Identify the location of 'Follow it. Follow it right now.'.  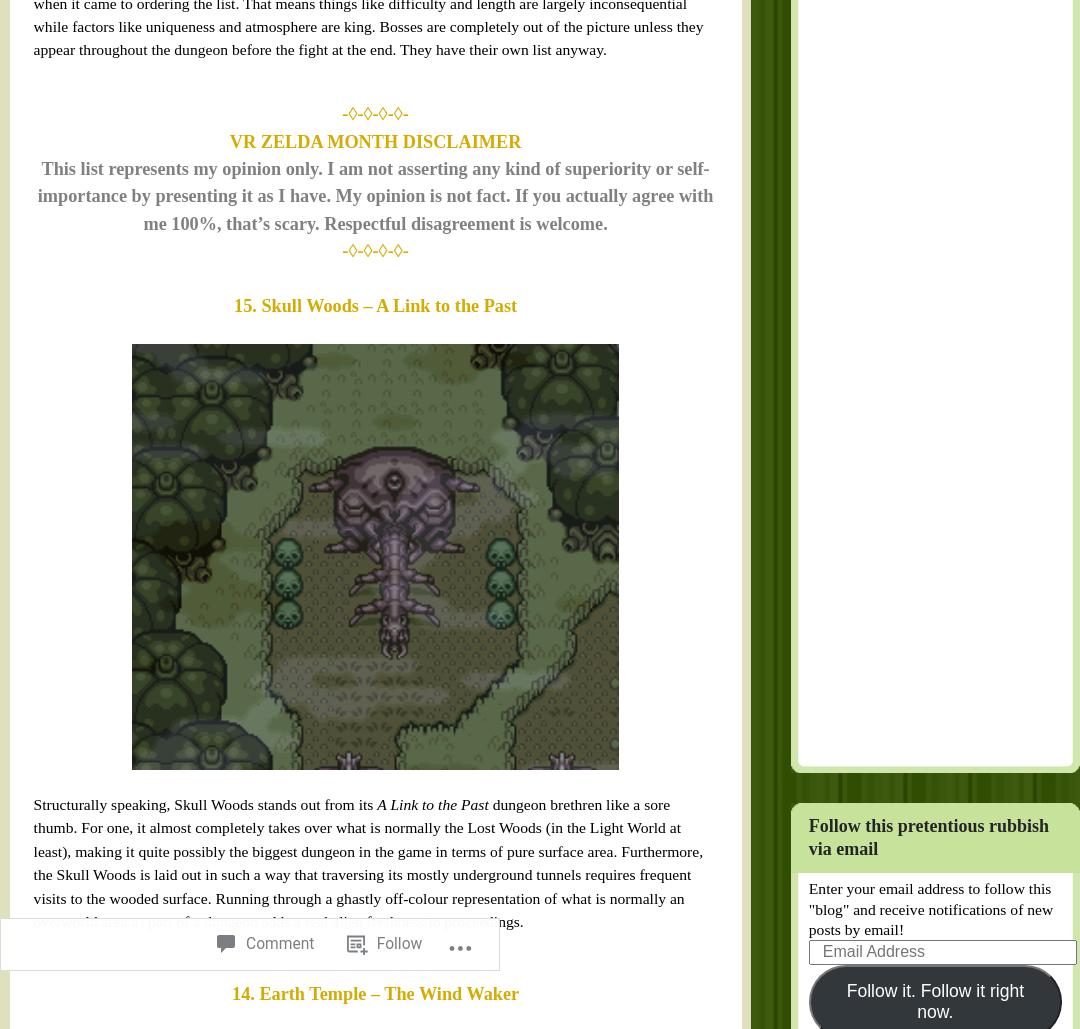
(704, 661).